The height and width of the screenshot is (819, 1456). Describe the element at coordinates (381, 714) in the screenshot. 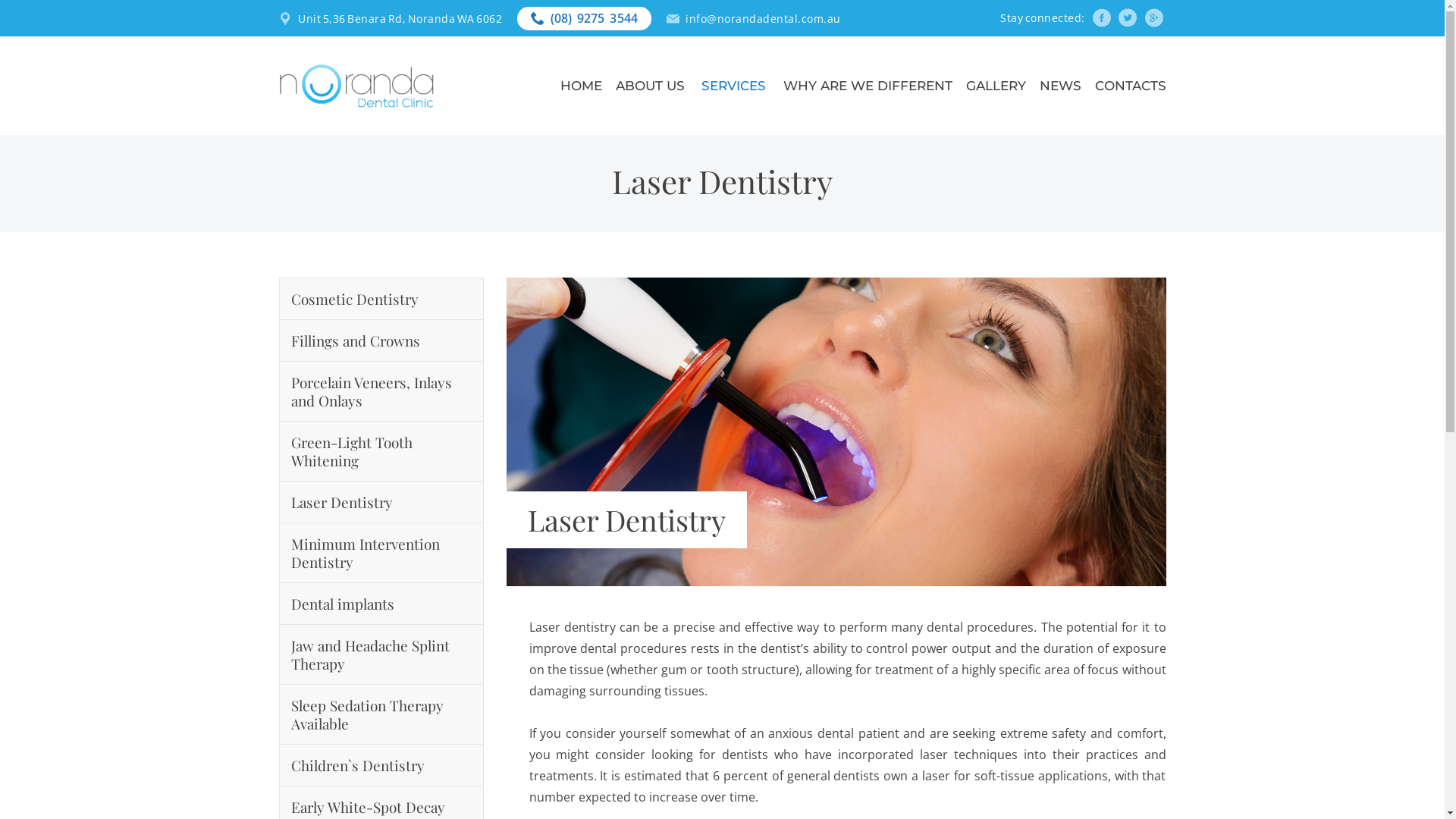

I see `'Sleep Sedation Therapy Available'` at that location.